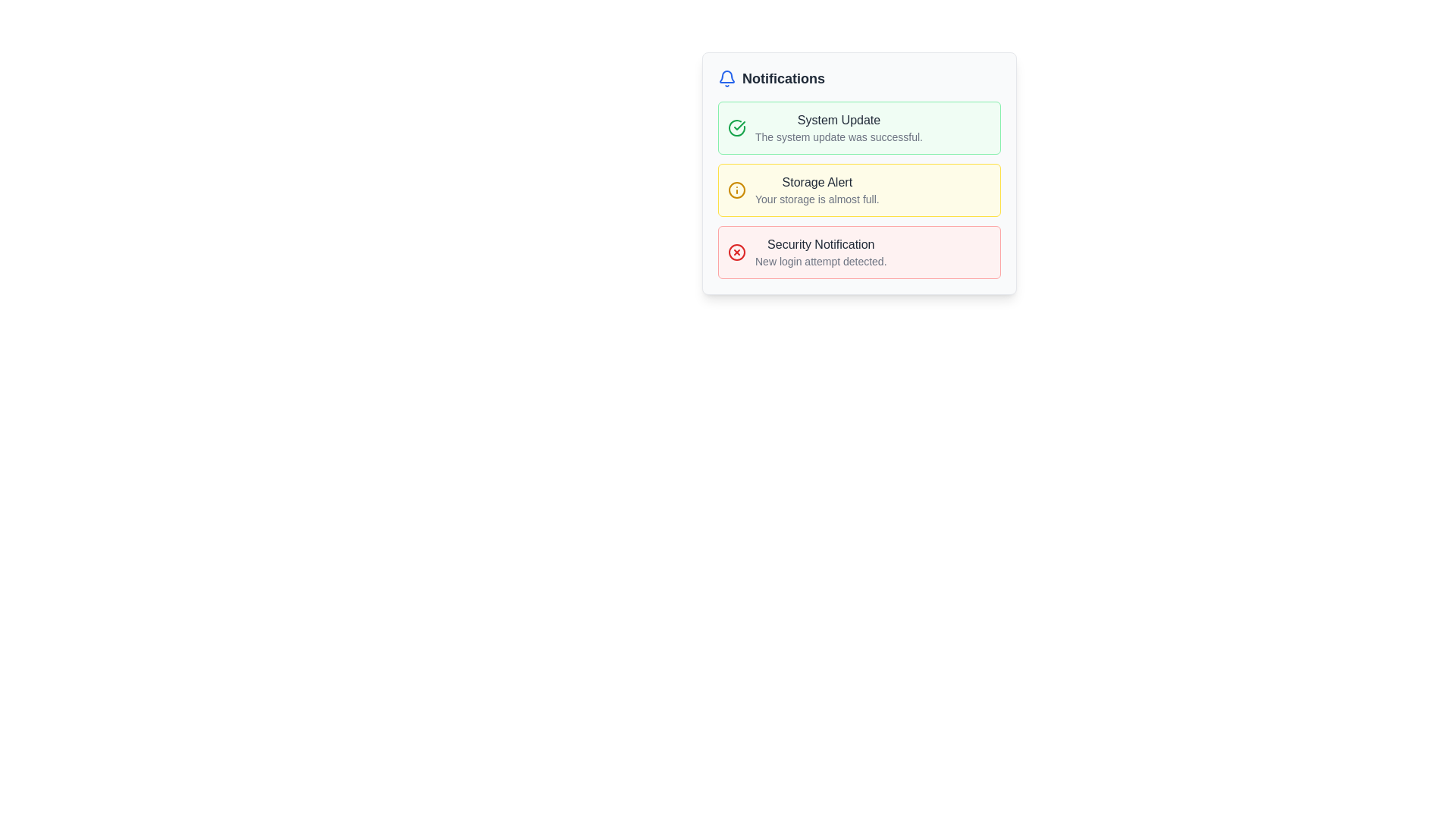 This screenshot has width=1456, height=819. What do you see at coordinates (820, 244) in the screenshot?
I see `the static text element labeled 'Security Notification', which is styled in medium-weight dark gray font and positioned in the lower portion of the notification panel, specifically as the title of the third notification card` at bounding box center [820, 244].